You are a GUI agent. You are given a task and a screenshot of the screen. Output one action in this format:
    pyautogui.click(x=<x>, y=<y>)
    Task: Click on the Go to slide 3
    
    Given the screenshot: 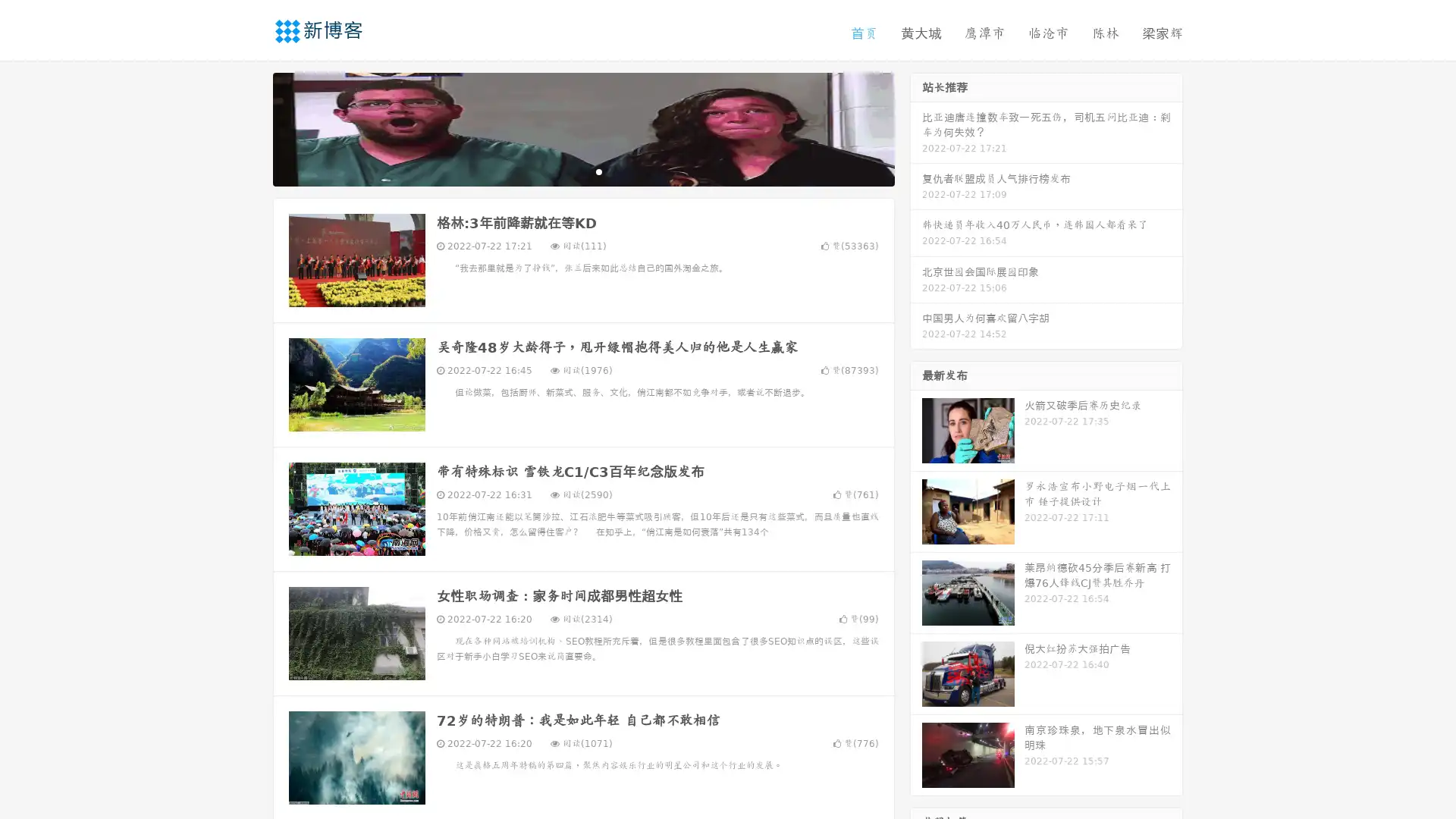 What is the action you would take?
    pyautogui.click(x=598, y=171)
    